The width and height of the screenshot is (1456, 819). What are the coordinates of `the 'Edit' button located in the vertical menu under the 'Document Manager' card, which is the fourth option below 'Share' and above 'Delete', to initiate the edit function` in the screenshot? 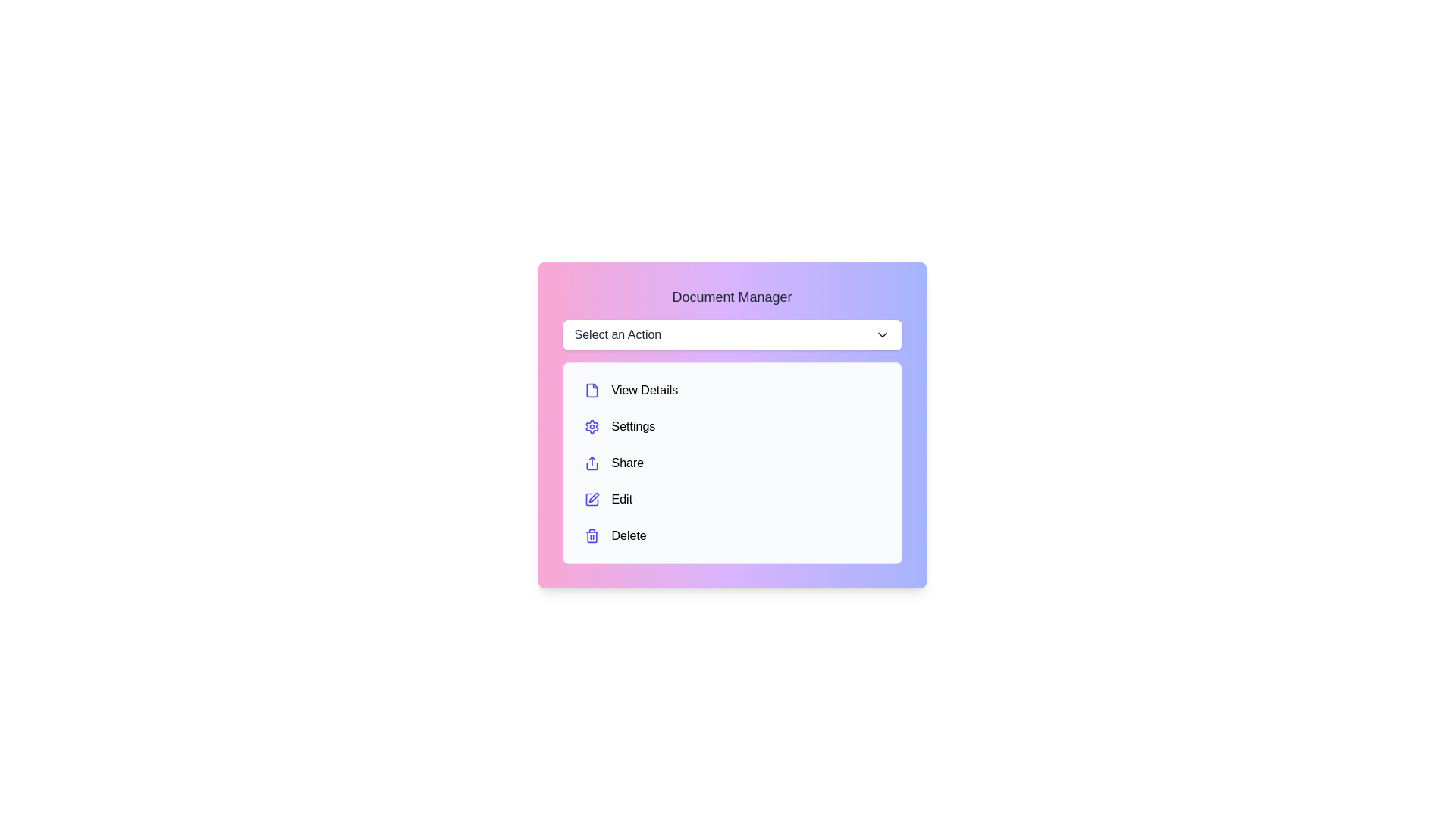 It's located at (732, 500).